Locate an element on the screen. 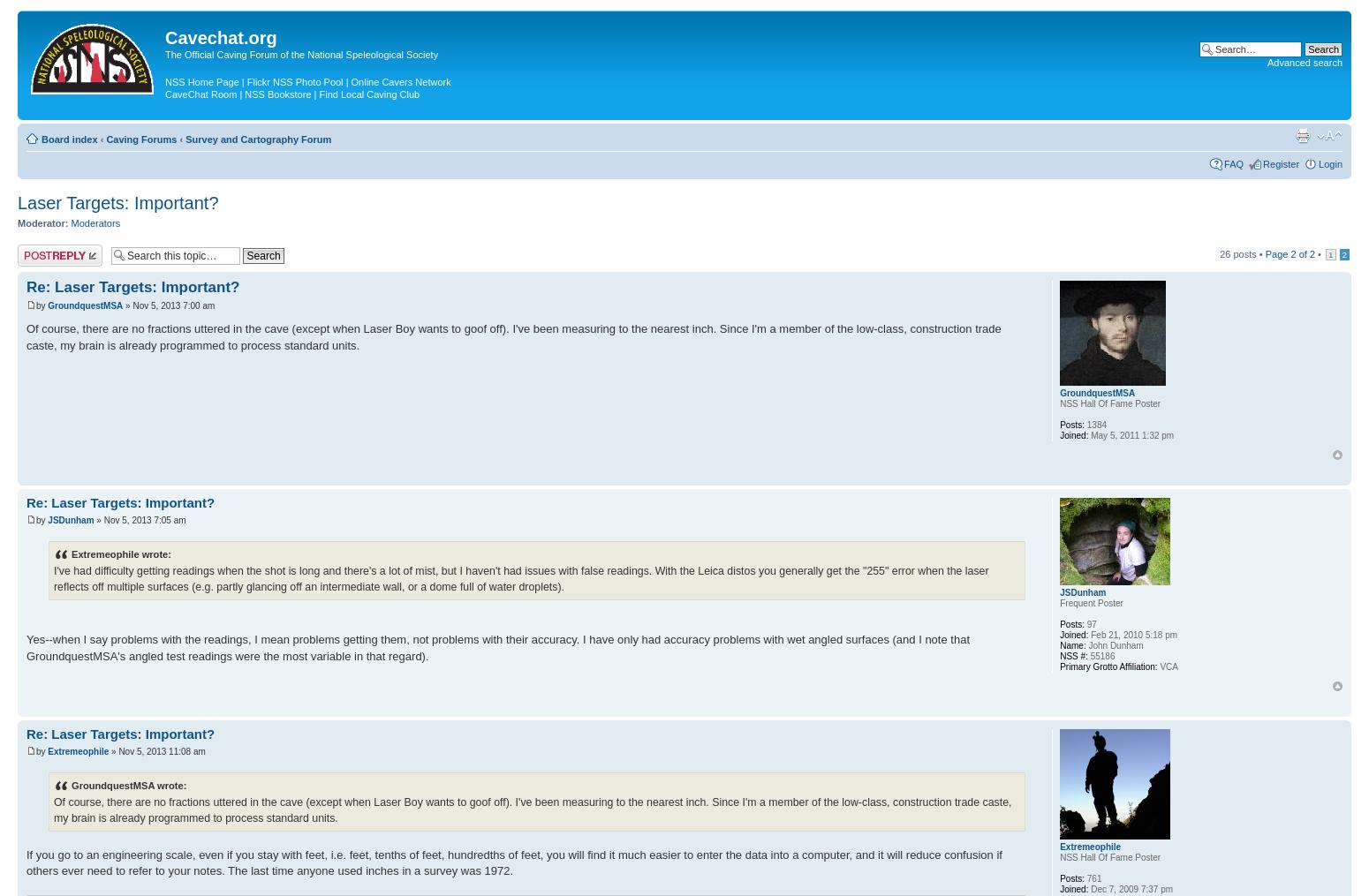  'Laser Targets: Important?' is located at coordinates (16, 202).